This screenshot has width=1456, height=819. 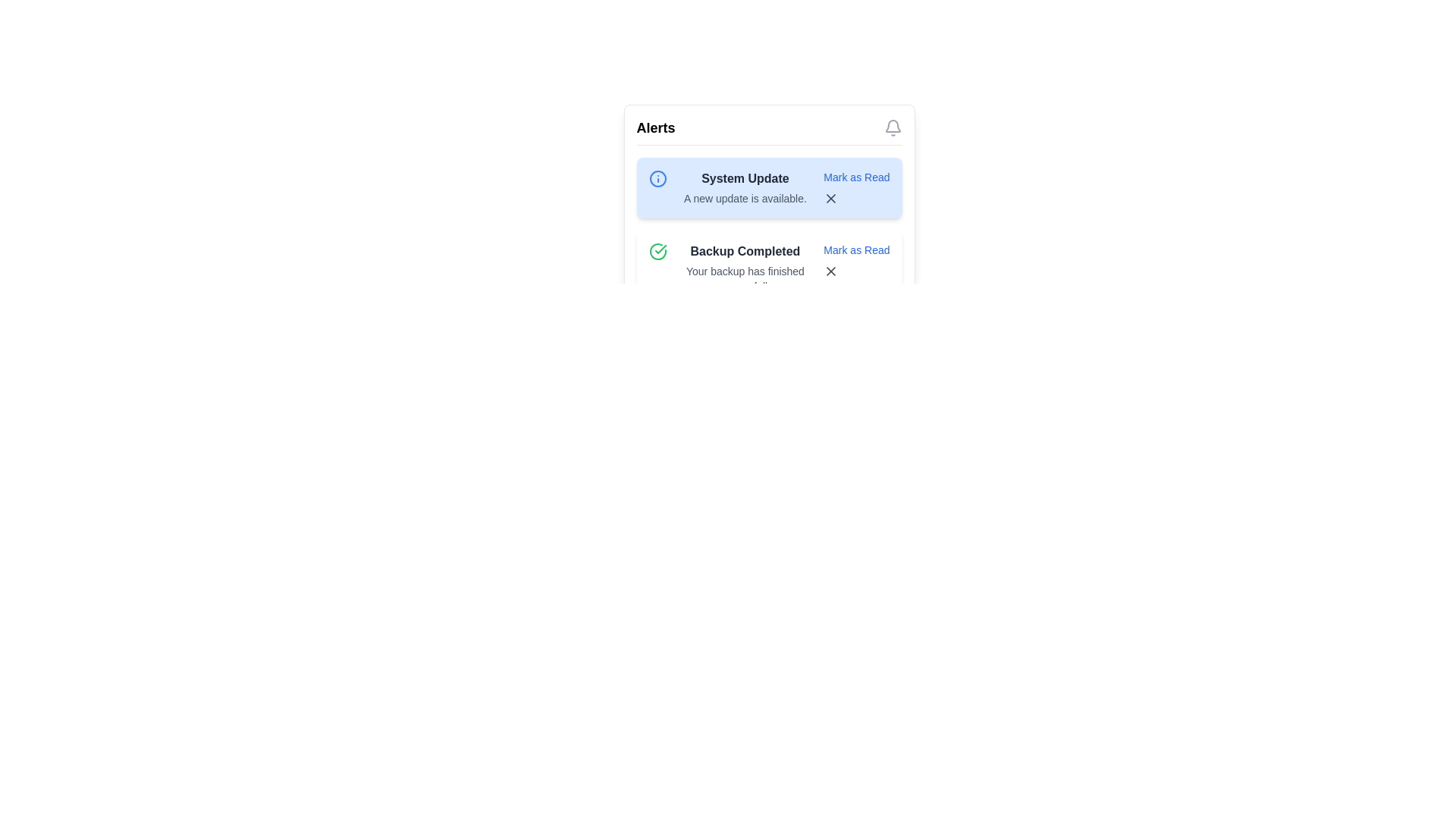 I want to click on the circular outline element representing the 'System Update' notification icon located at the top-left of the notification item, so click(x=657, y=177).